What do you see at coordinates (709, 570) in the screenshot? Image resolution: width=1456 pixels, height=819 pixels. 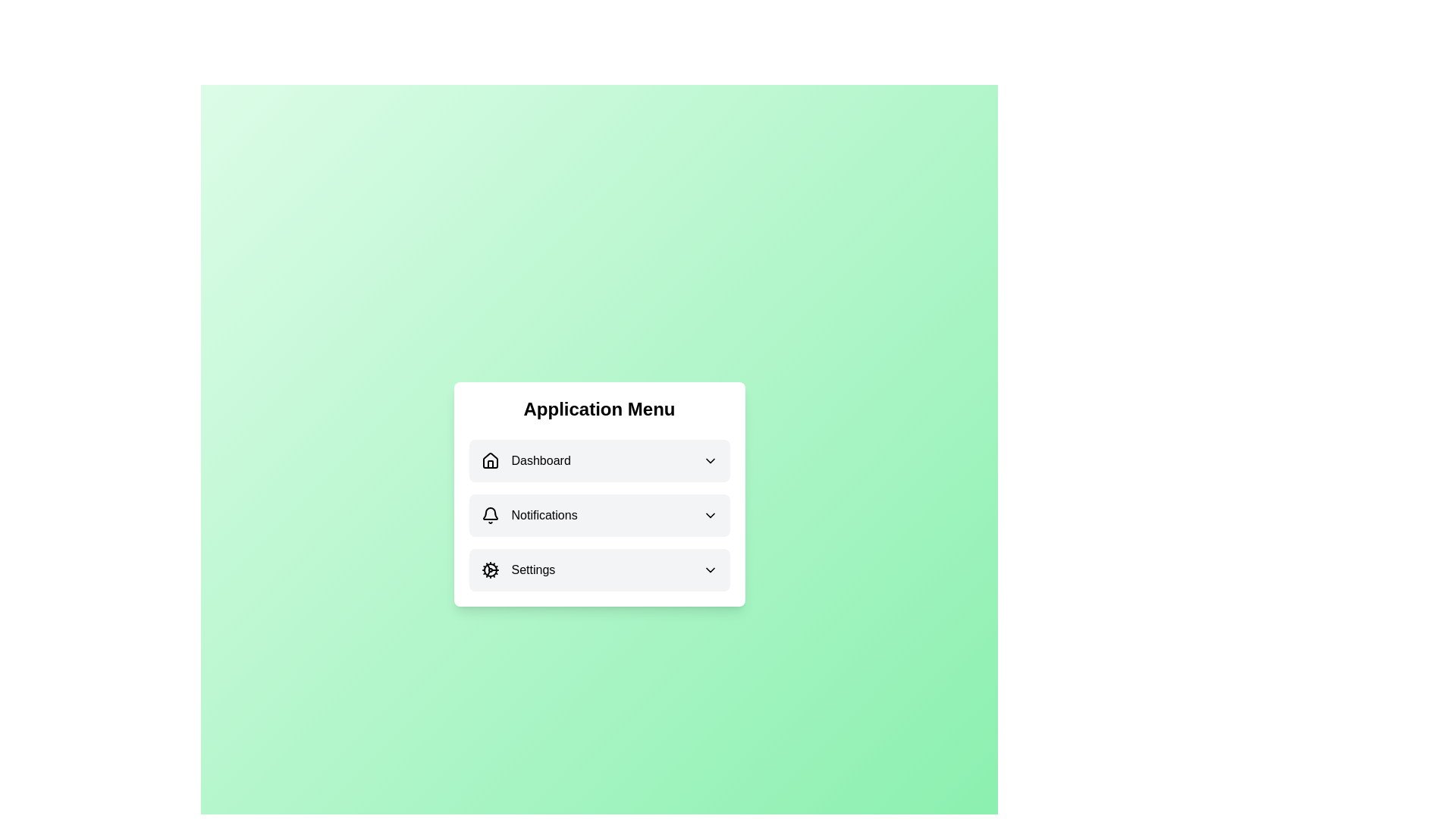 I see `the dropdown indicator icon` at bounding box center [709, 570].